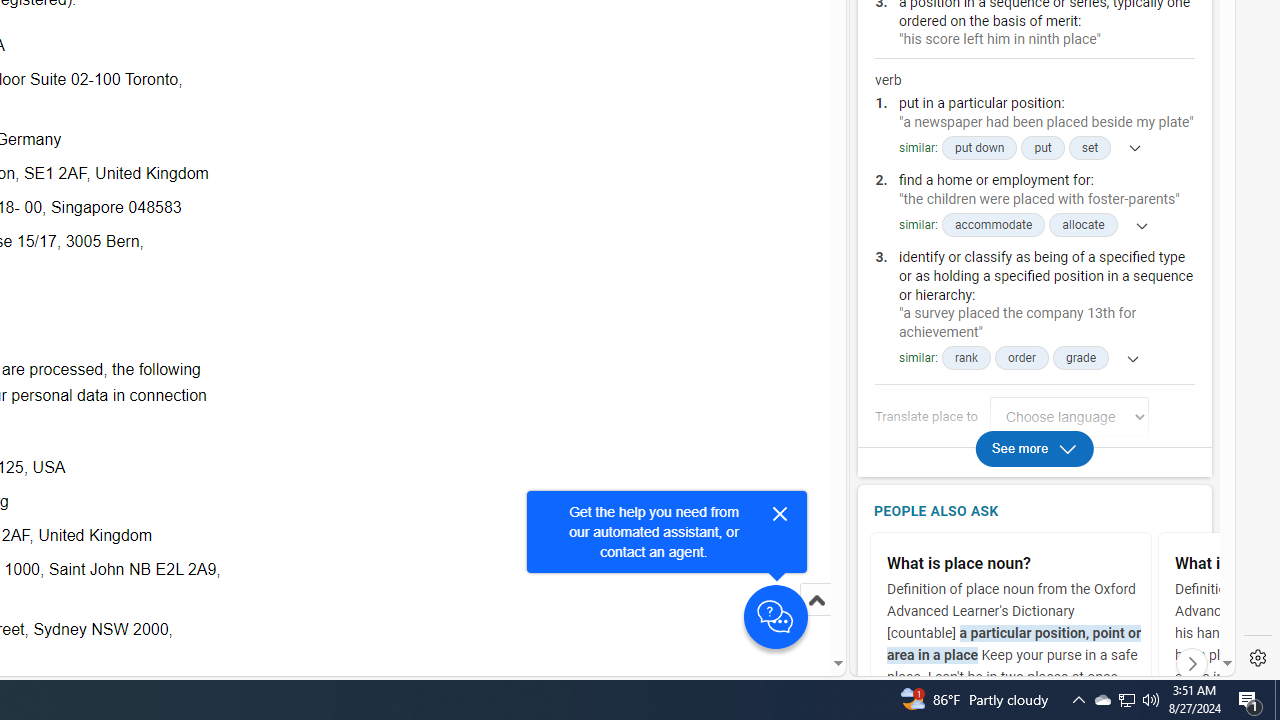 Image resolution: width=1280 pixels, height=720 pixels. Describe the element at coordinates (816, 598) in the screenshot. I see `'Scroll to top'` at that location.